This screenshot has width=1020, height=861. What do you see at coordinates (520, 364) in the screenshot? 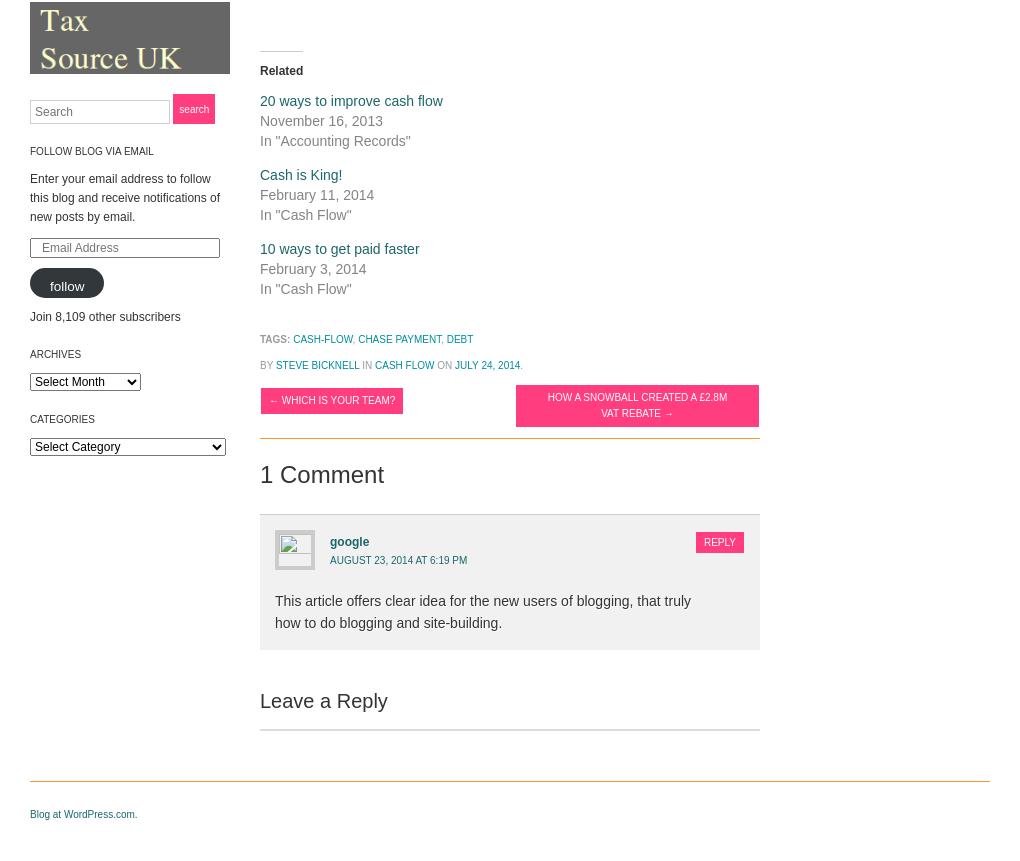
I see `'.'` at bounding box center [520, 364].